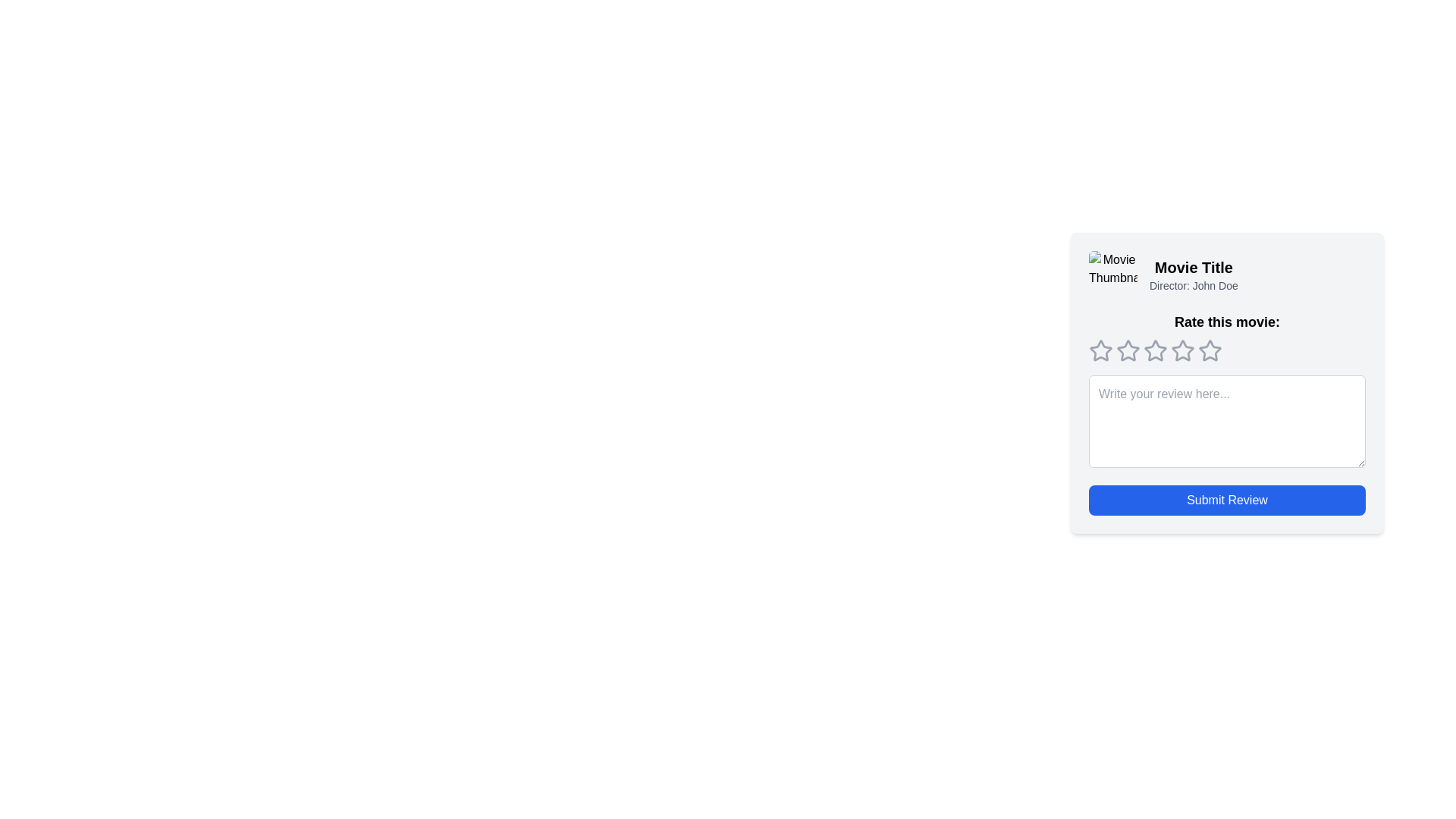  I want to click on the third star icon in the rating system below the text 'Rate this movie:', so click(1182, 350).